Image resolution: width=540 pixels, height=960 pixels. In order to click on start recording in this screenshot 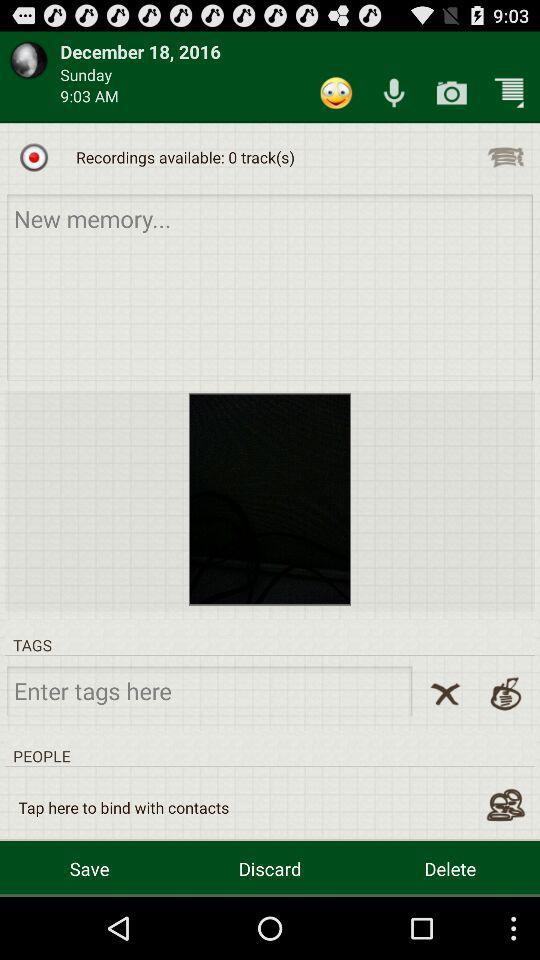, I will do `click(33, 156)`.